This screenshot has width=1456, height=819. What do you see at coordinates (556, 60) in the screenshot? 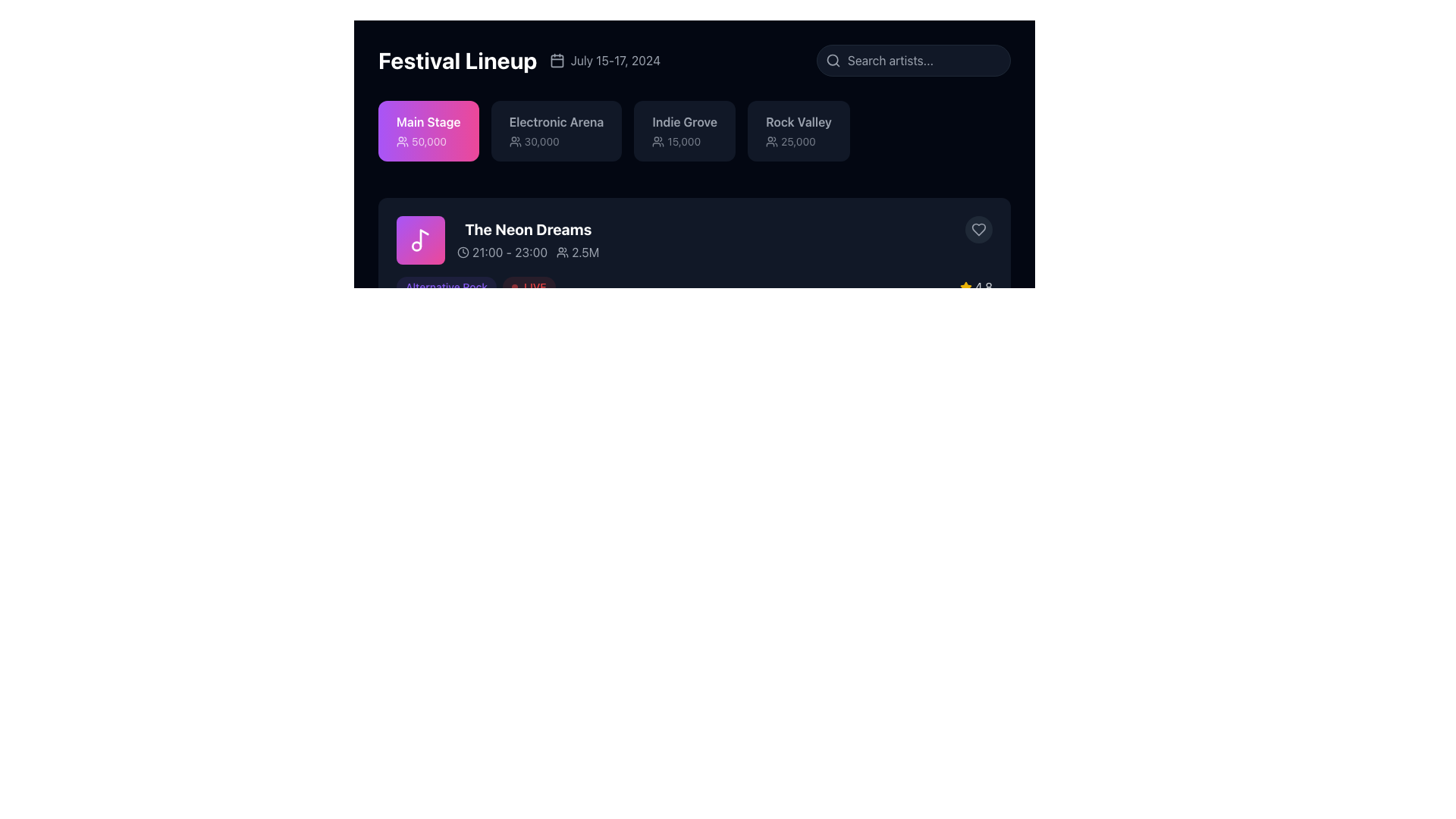
I see `the calendar icon located at the top bar of the interface, to the left of the text 'July 15-17, 2024'` at bounding box center [556, 60].